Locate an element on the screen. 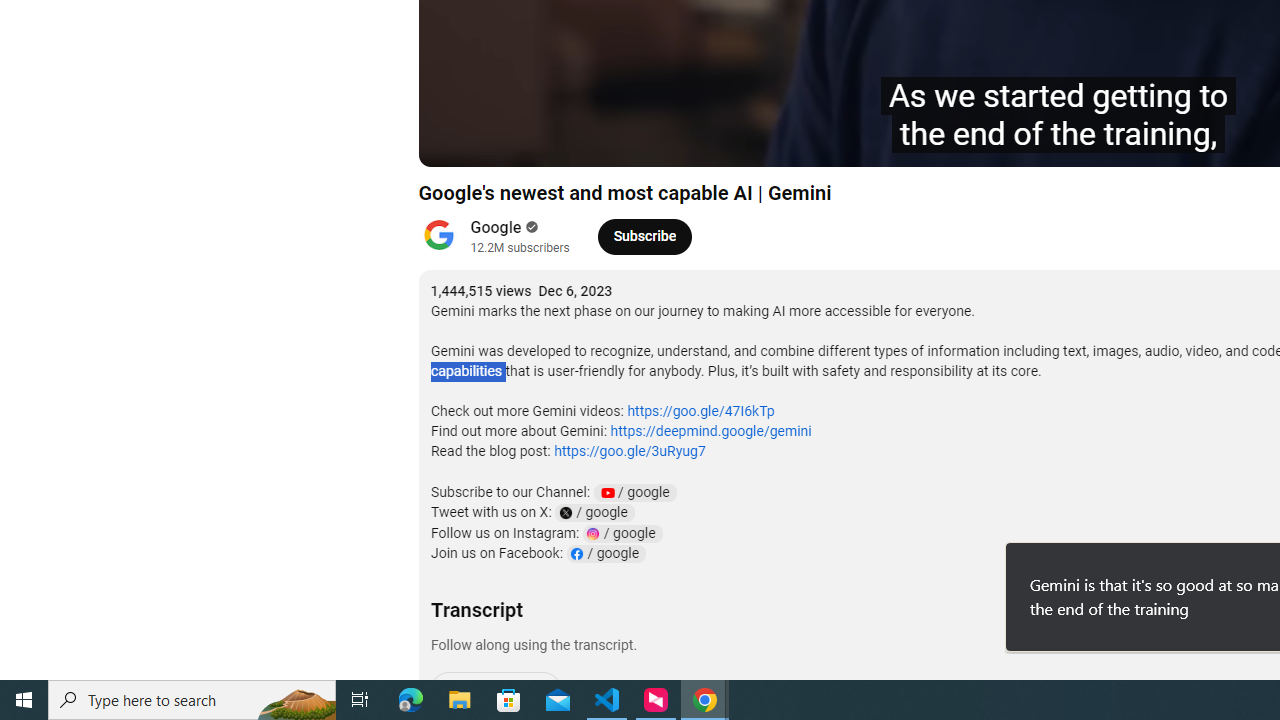 The width and height of the screenshot is (1280, 720). 'Google' is located at coordinates (496, 226).